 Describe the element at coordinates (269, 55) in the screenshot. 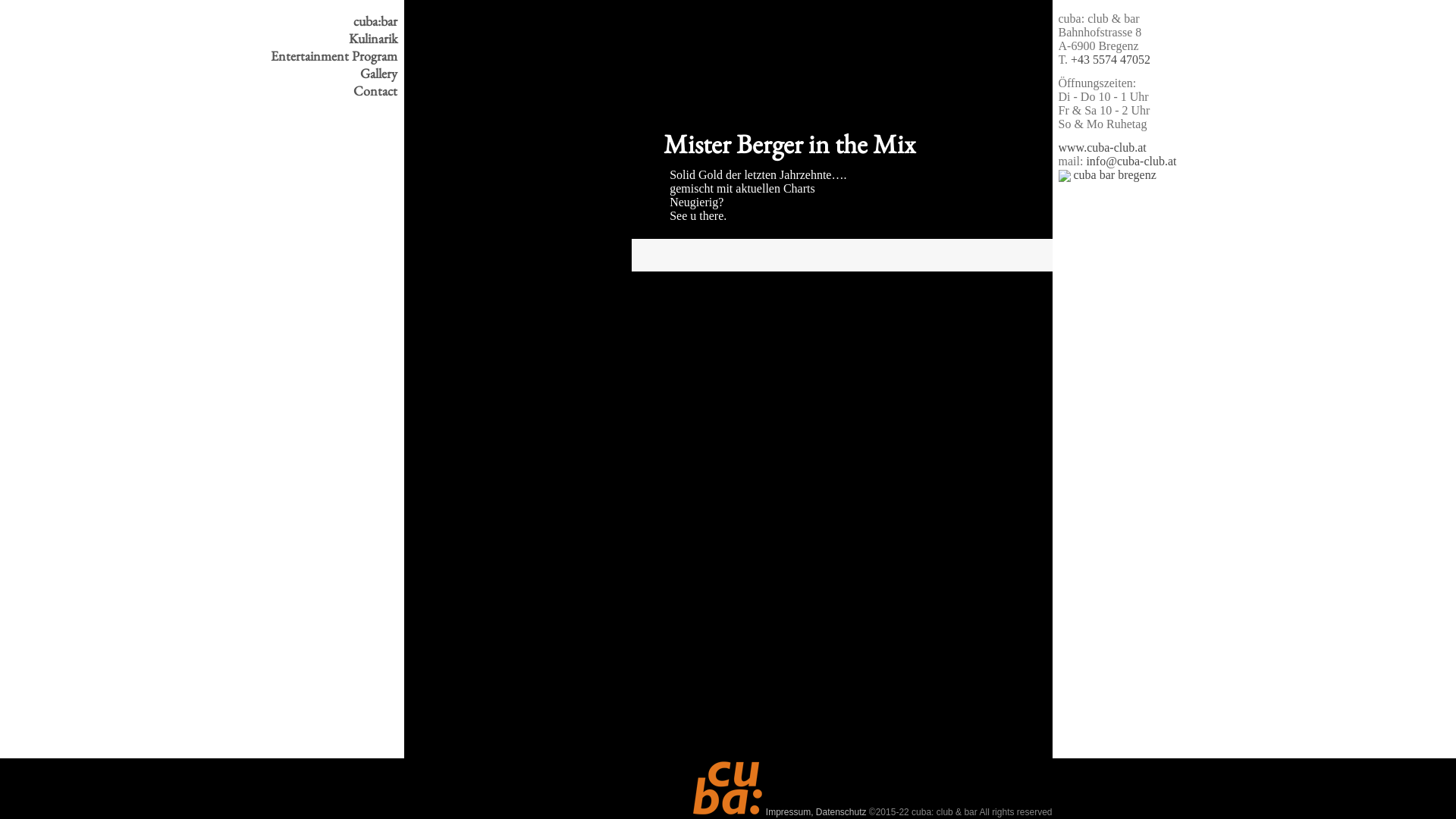

I see `'Entertainment Program'` at that location.